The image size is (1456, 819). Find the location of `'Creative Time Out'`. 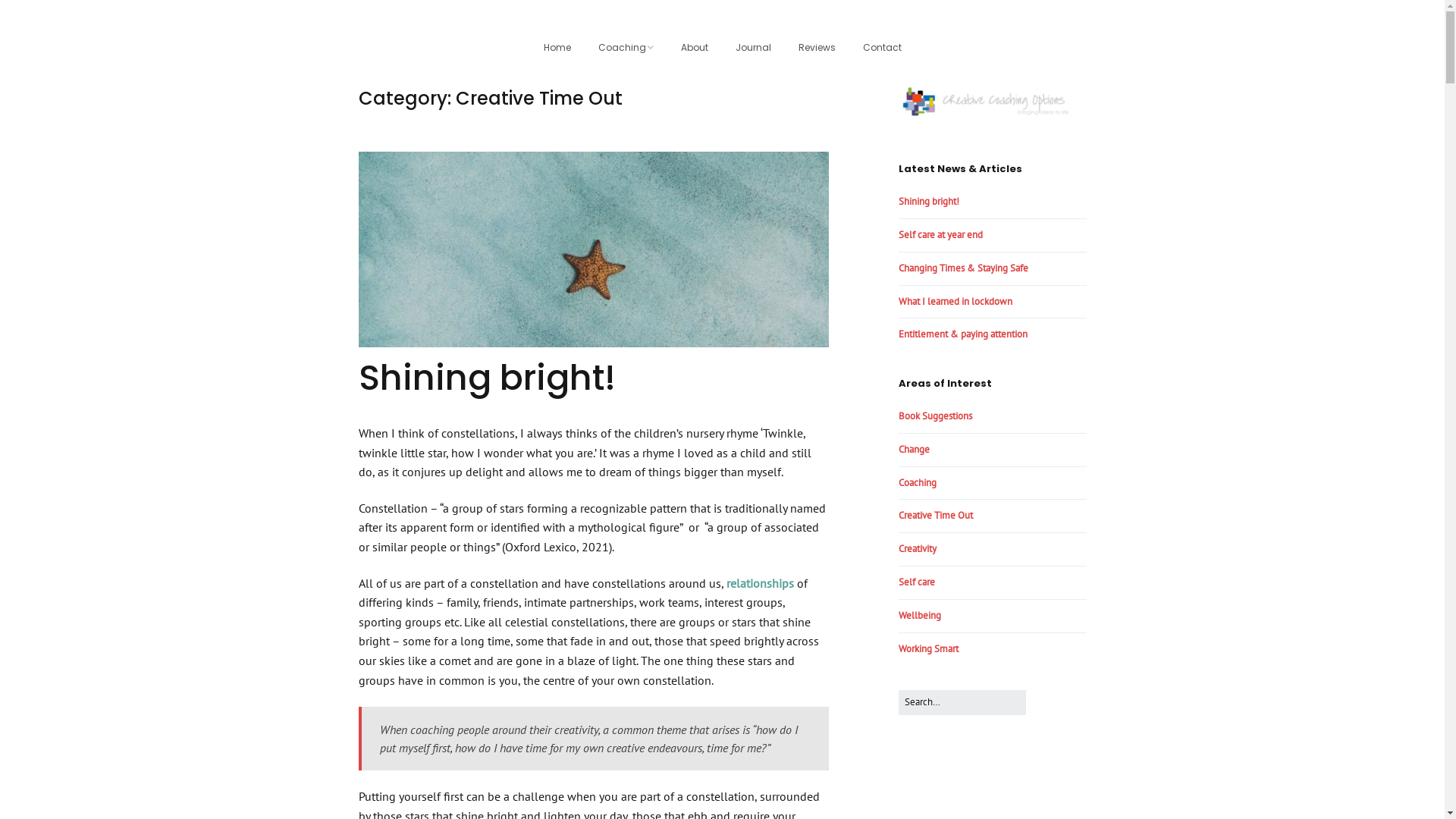

'Creative Time Out' is located at coordinates (934, 514).